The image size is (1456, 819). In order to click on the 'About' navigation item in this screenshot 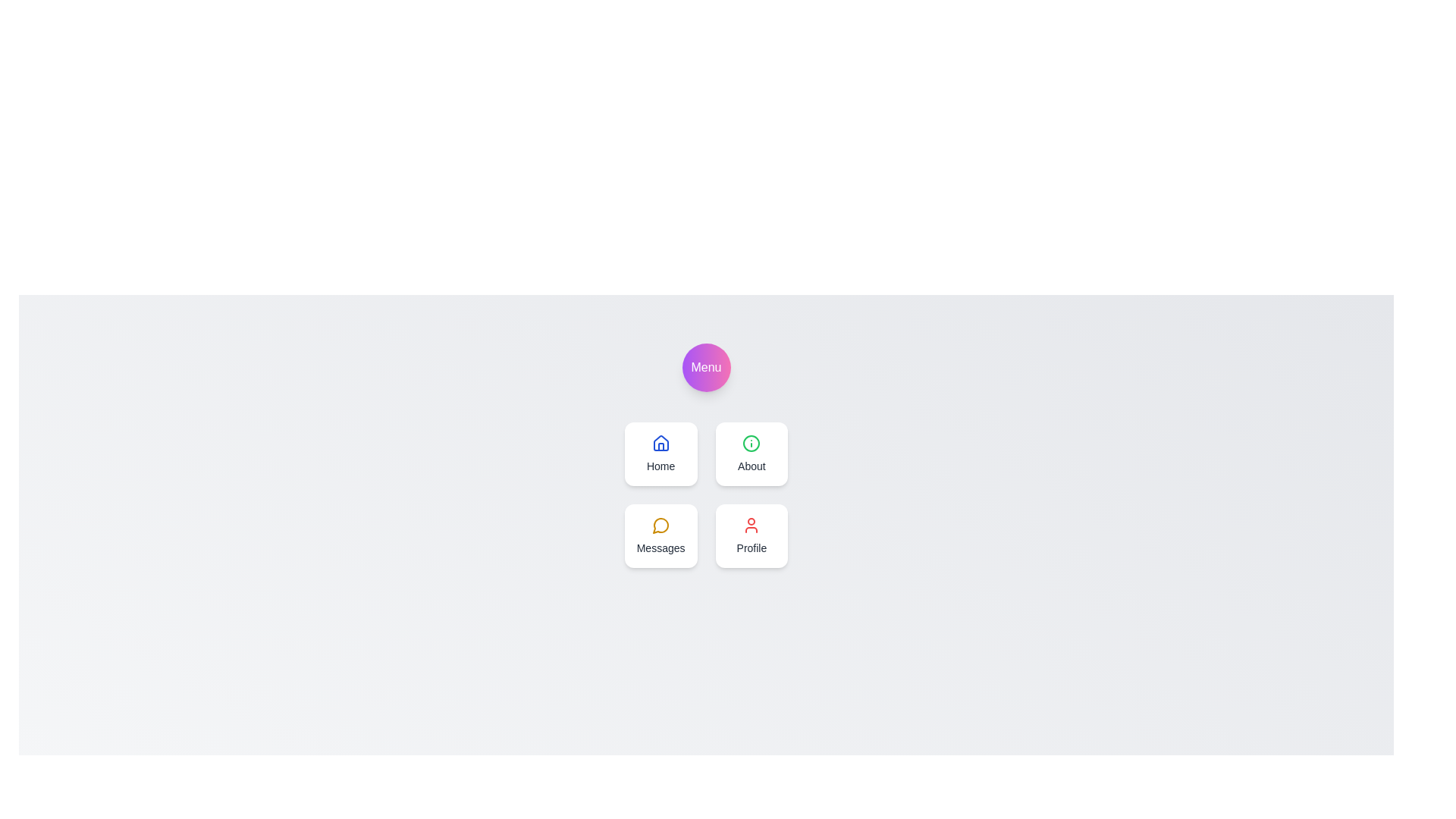, I will do `click(752, 453)`.